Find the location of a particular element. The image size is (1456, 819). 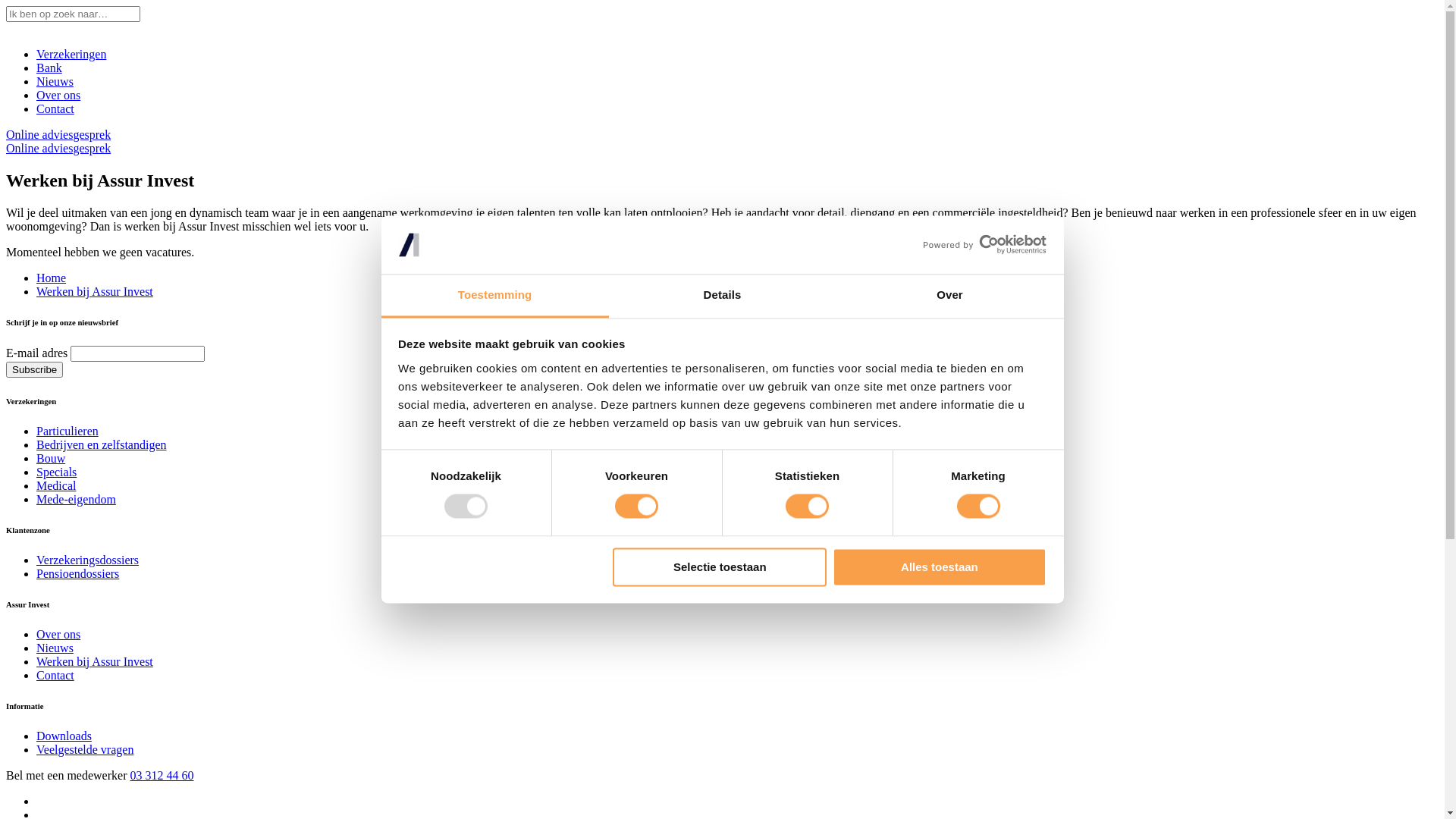

'Particulieren' is located at coordinates (67, 431).